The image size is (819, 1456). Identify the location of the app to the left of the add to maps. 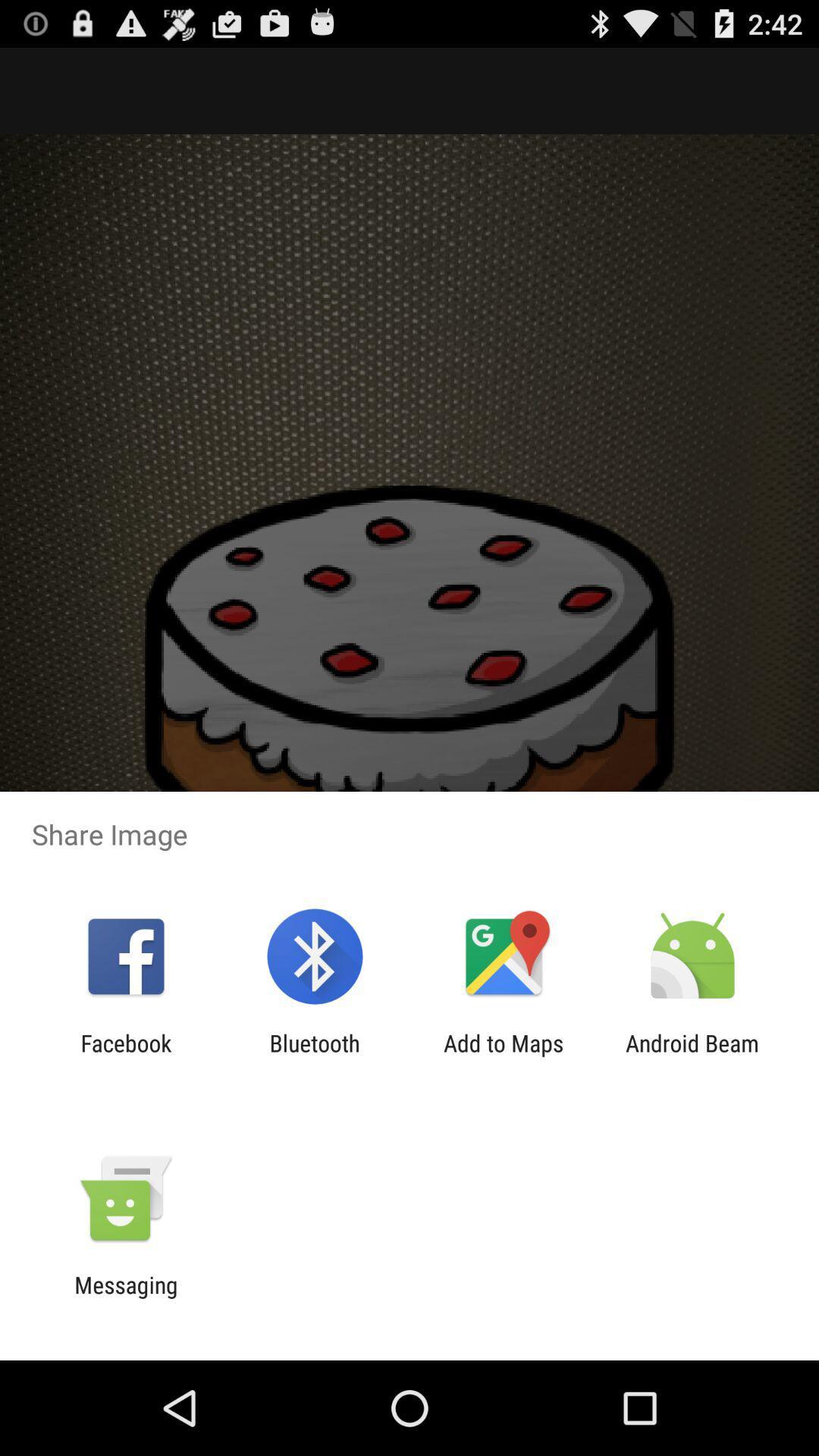
(314, 1056).